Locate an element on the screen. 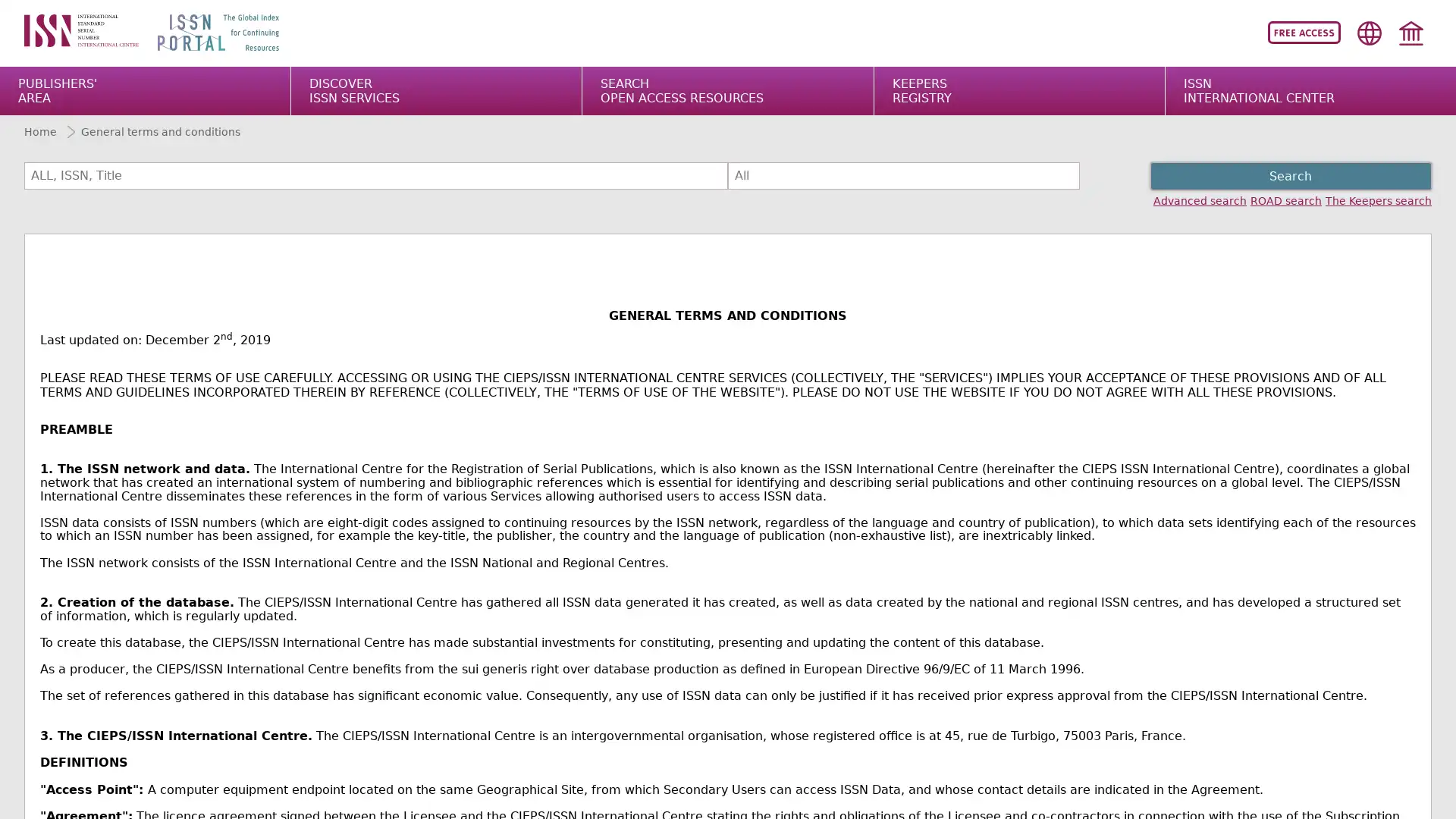 The image size is (1456, 819). Search is located at coordinates (1290, 174).